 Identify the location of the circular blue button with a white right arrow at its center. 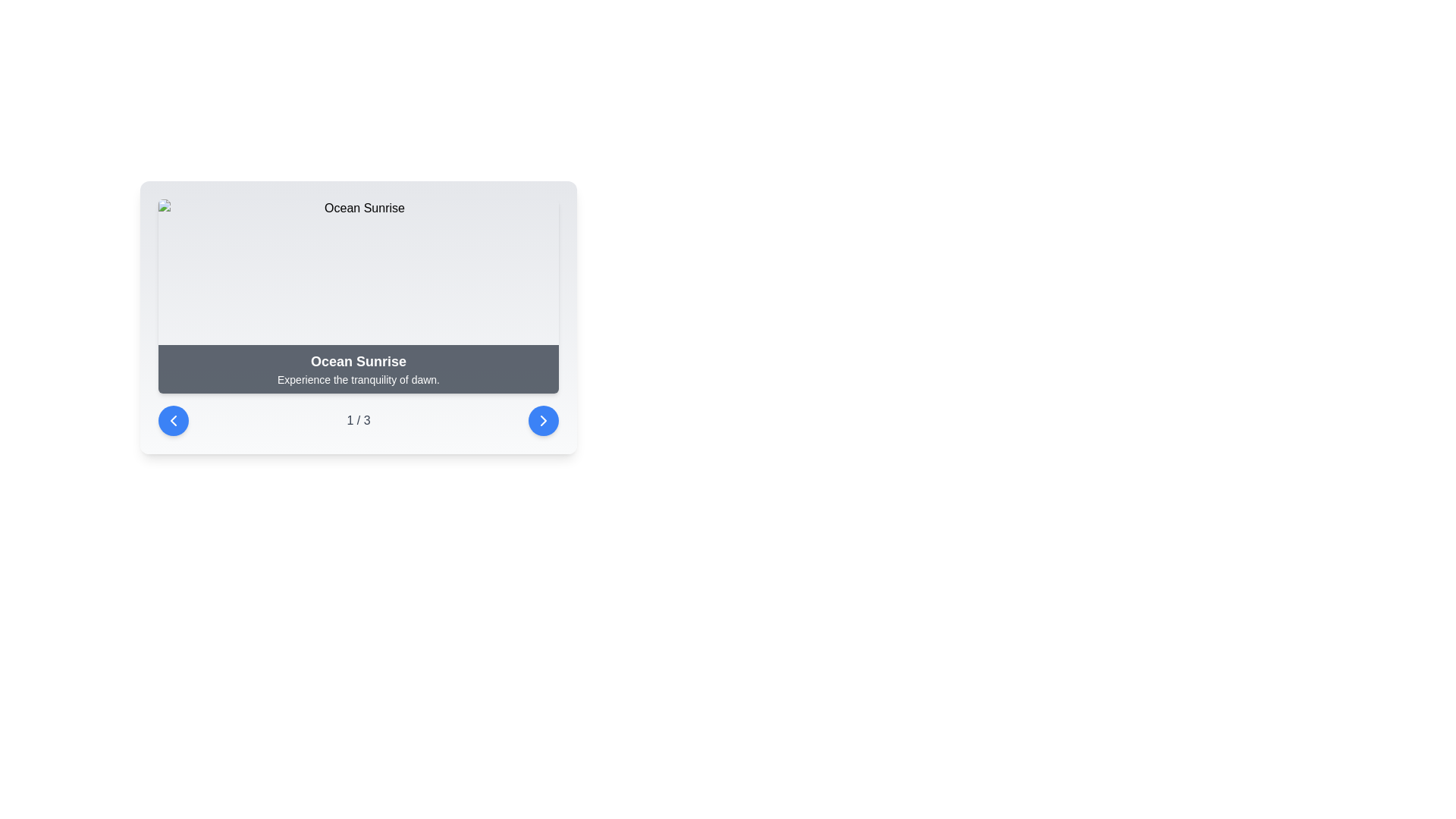
(543, 421).